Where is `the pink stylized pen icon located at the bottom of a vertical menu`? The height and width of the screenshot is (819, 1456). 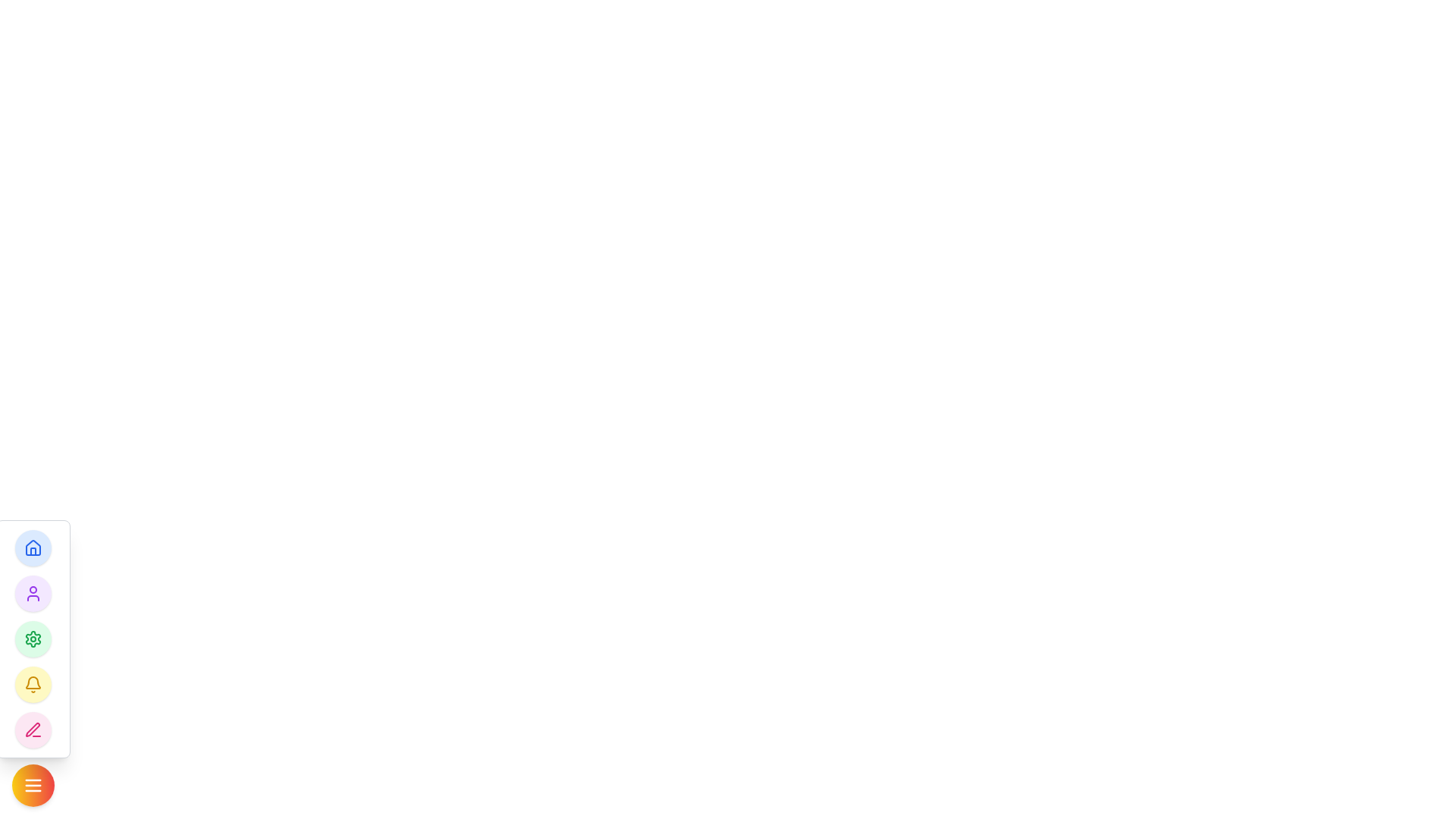 the pink stylized pen icon located at the bottom of a vertical menu is located at coordinates (33, 730).